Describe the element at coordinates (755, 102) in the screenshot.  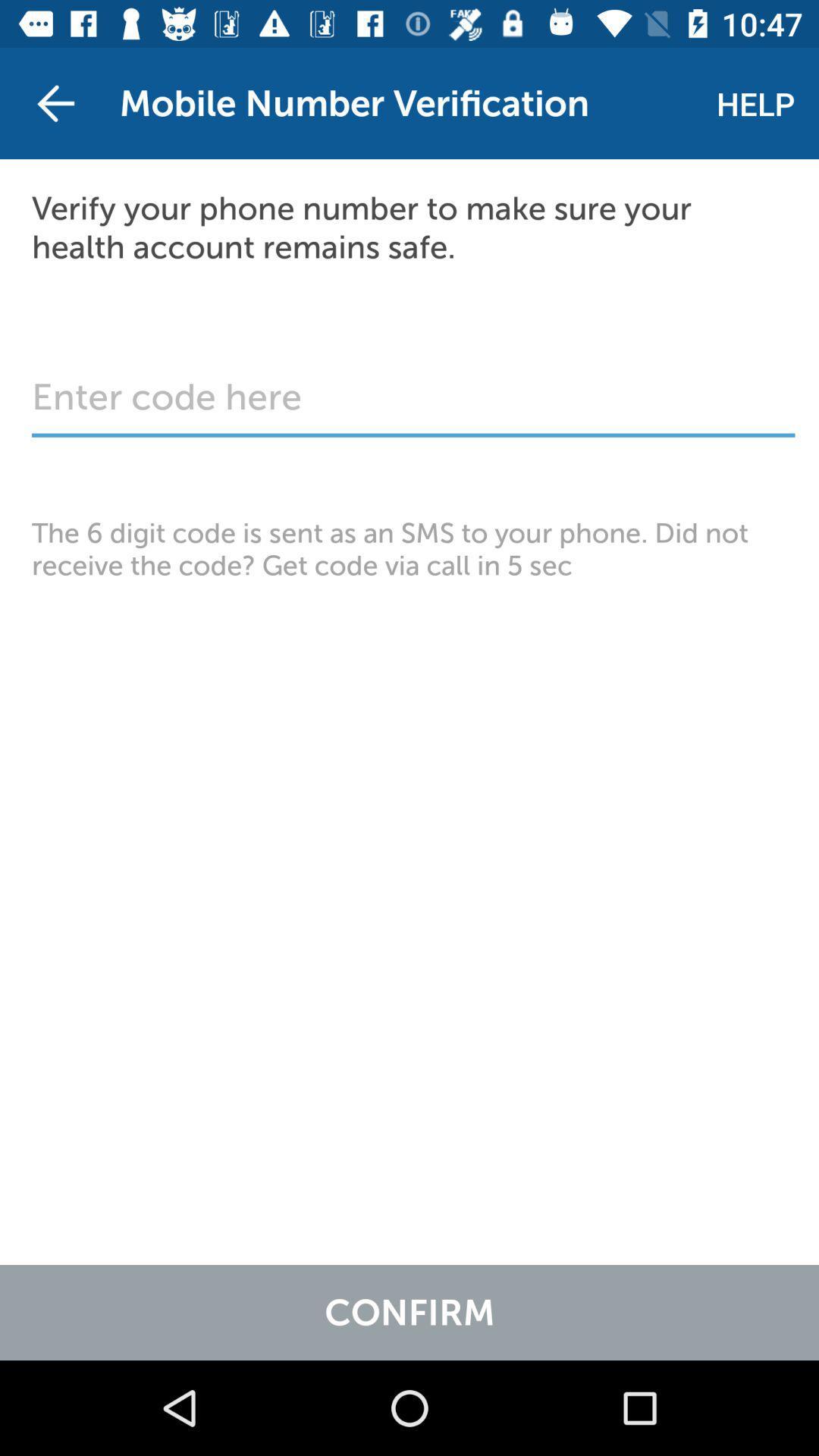
I see `icon above verify your phone icon` at that location.